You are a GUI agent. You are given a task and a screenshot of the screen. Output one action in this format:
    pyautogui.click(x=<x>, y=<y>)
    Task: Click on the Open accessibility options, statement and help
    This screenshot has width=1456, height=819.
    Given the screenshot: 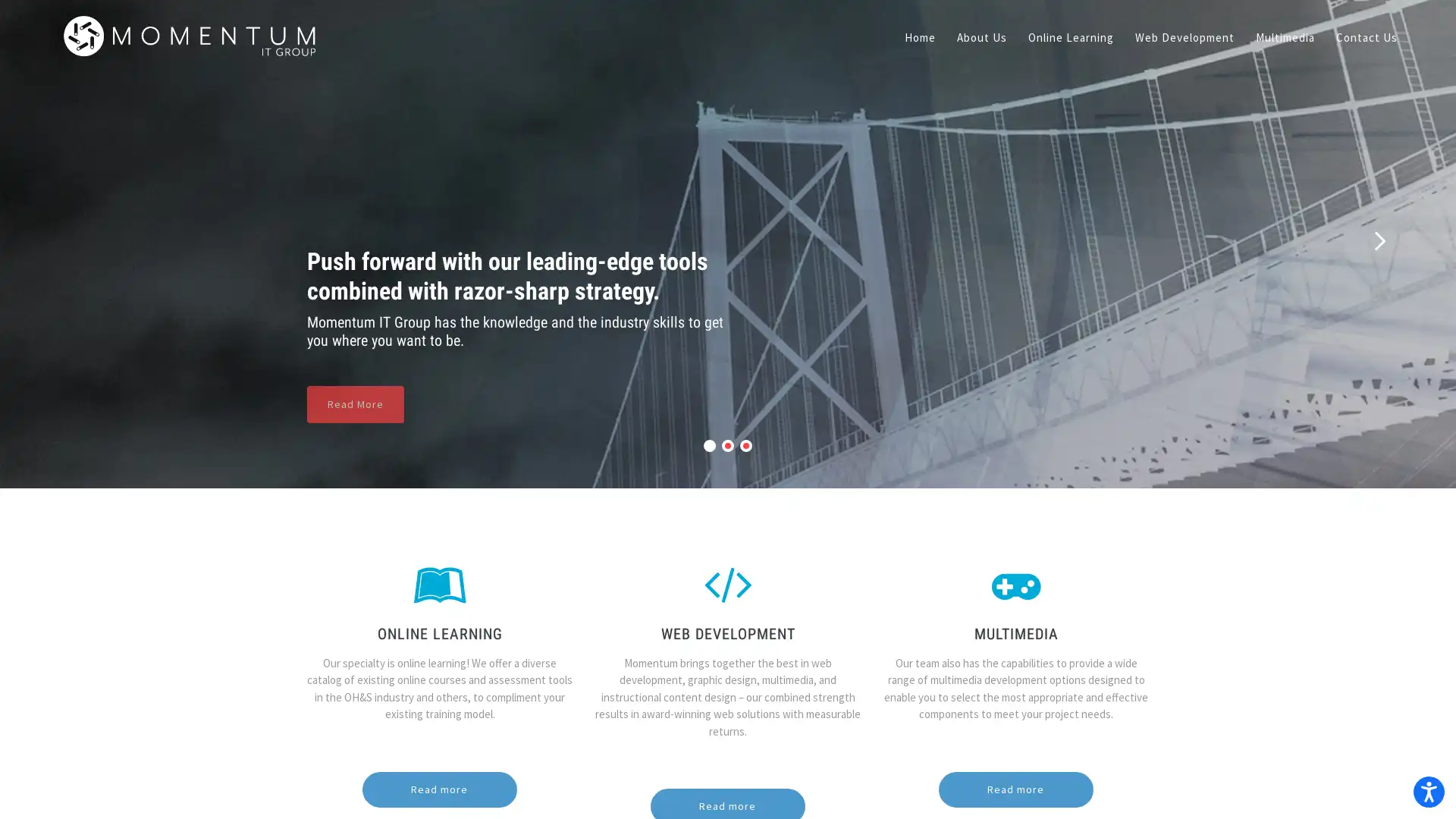 What is the action you would take?
    pyautogui.click(x=1423, y=786)
    